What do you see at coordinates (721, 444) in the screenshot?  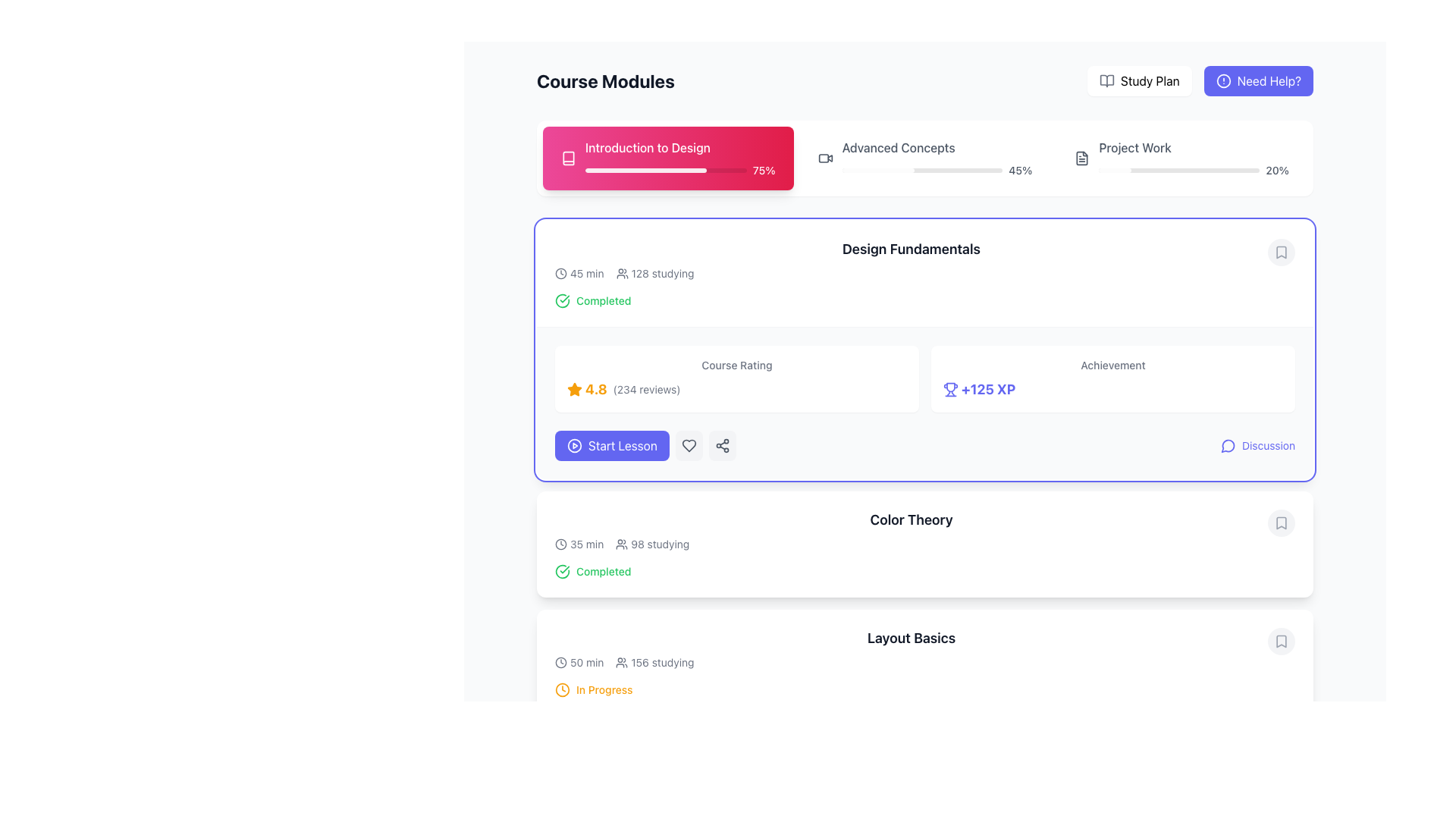 I see `the button with a light gray background and a share icon, located to the right of the 'Start Lesson' button` at bounding box center [721, 444].